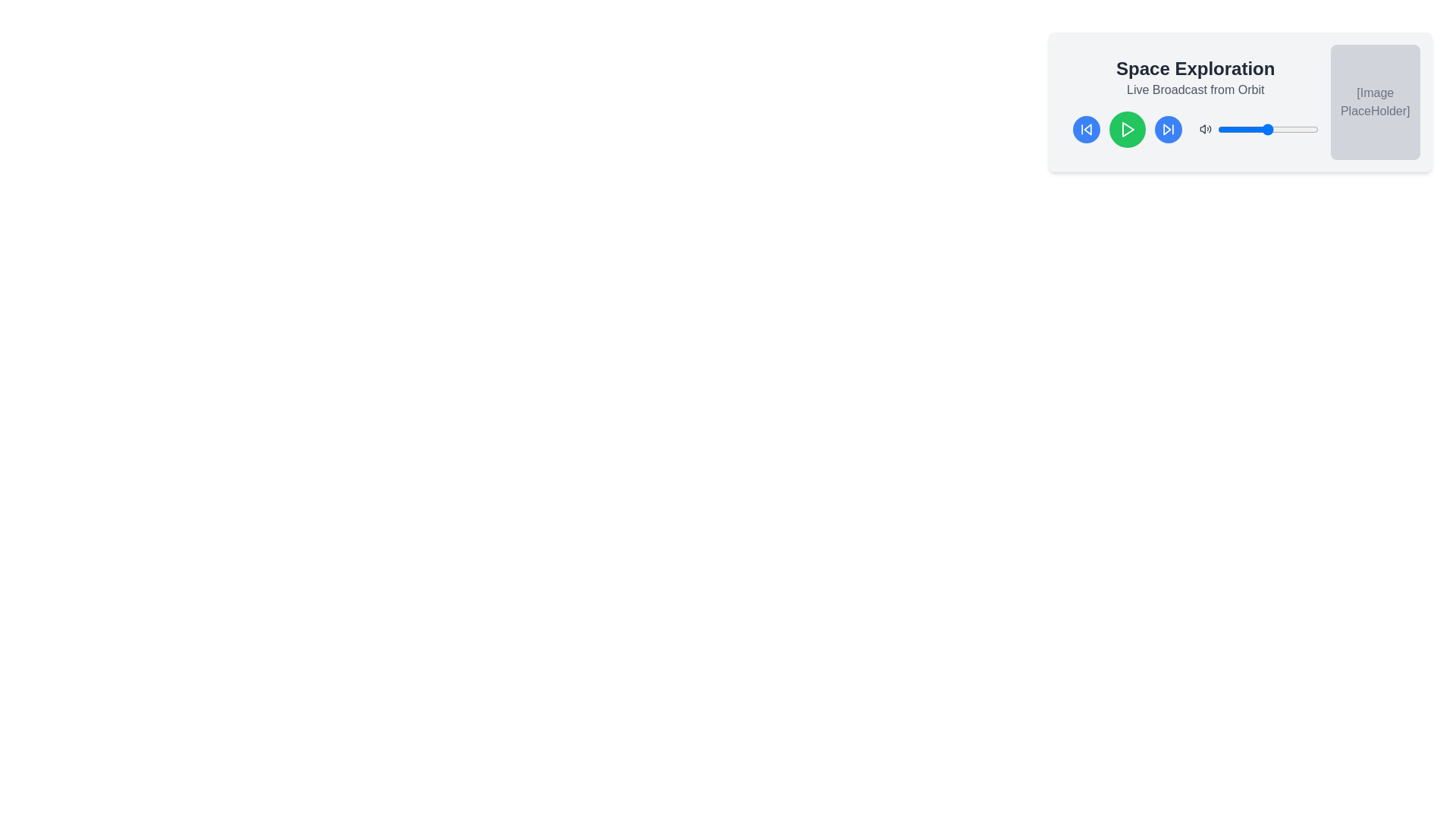 This screenshot has width=1456, height=819. I want to click on the rightward-pointing triangular icon button with a blue background and white color, located to the right of the green circular play button in the media control interface, so click(1167, 128).